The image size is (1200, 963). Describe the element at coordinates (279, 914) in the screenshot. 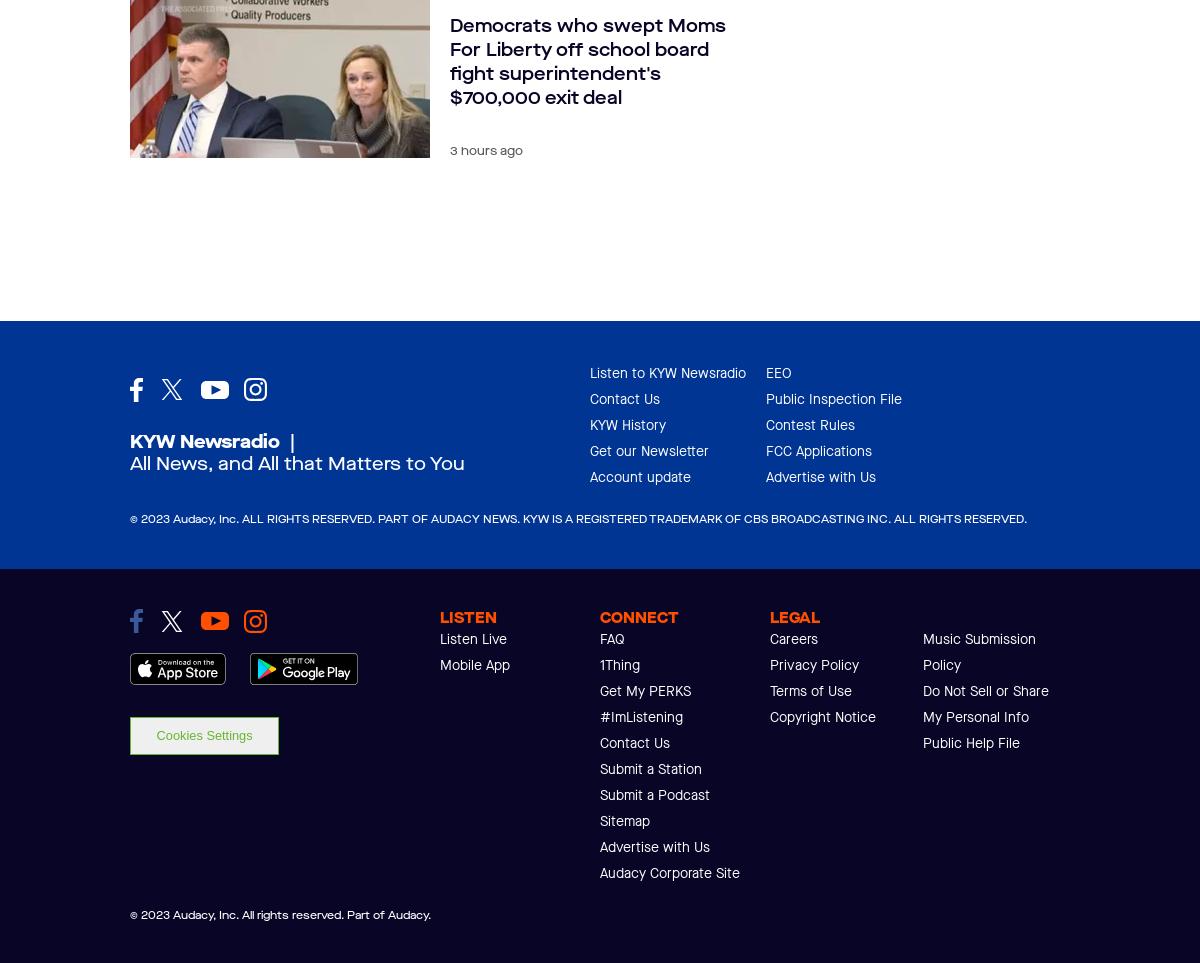

I see `'© 2023 Audacy, Inc. All rights reserved. Part of Audacy.'` at that location.